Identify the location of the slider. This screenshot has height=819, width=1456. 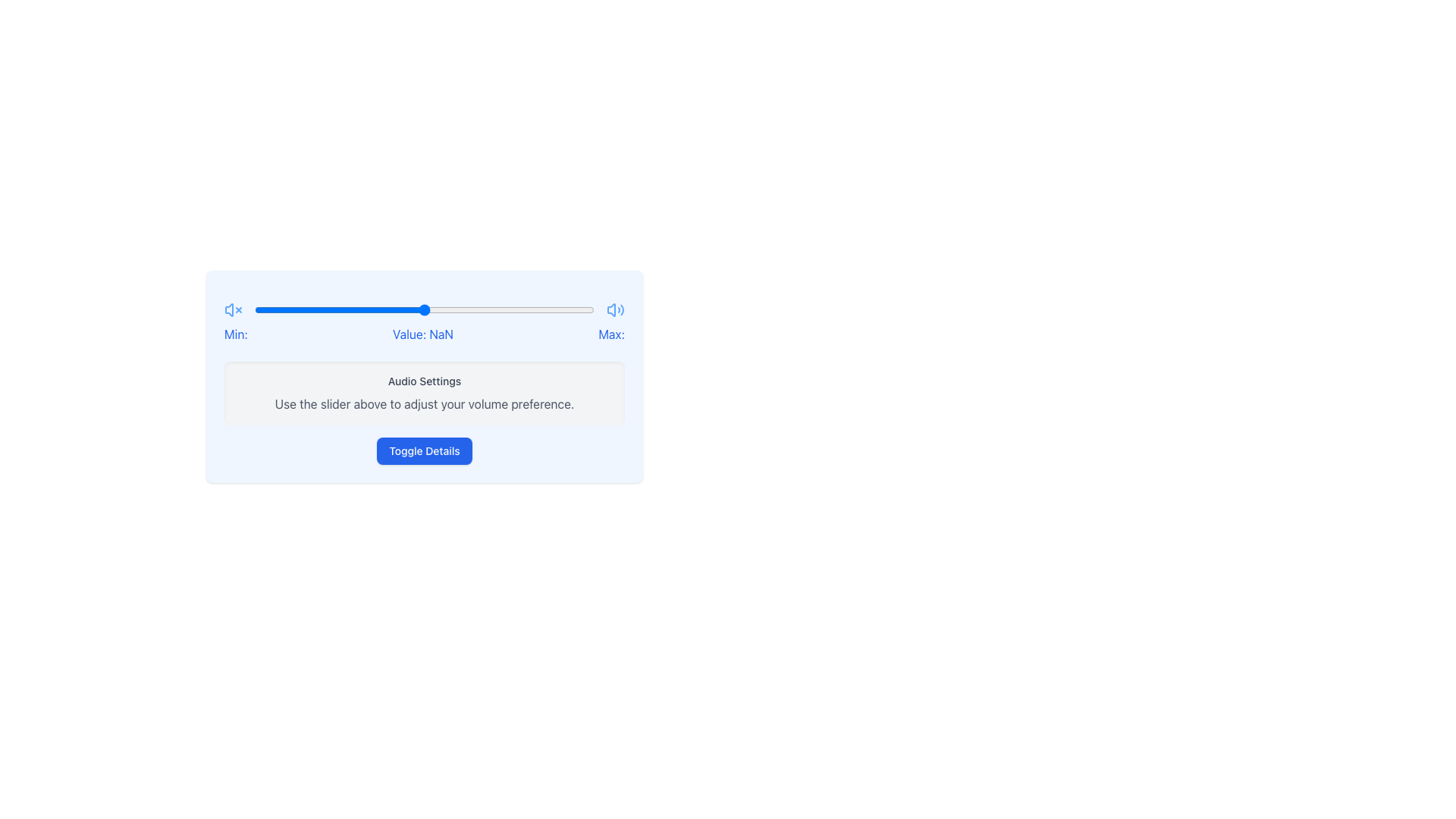
(526, 309).